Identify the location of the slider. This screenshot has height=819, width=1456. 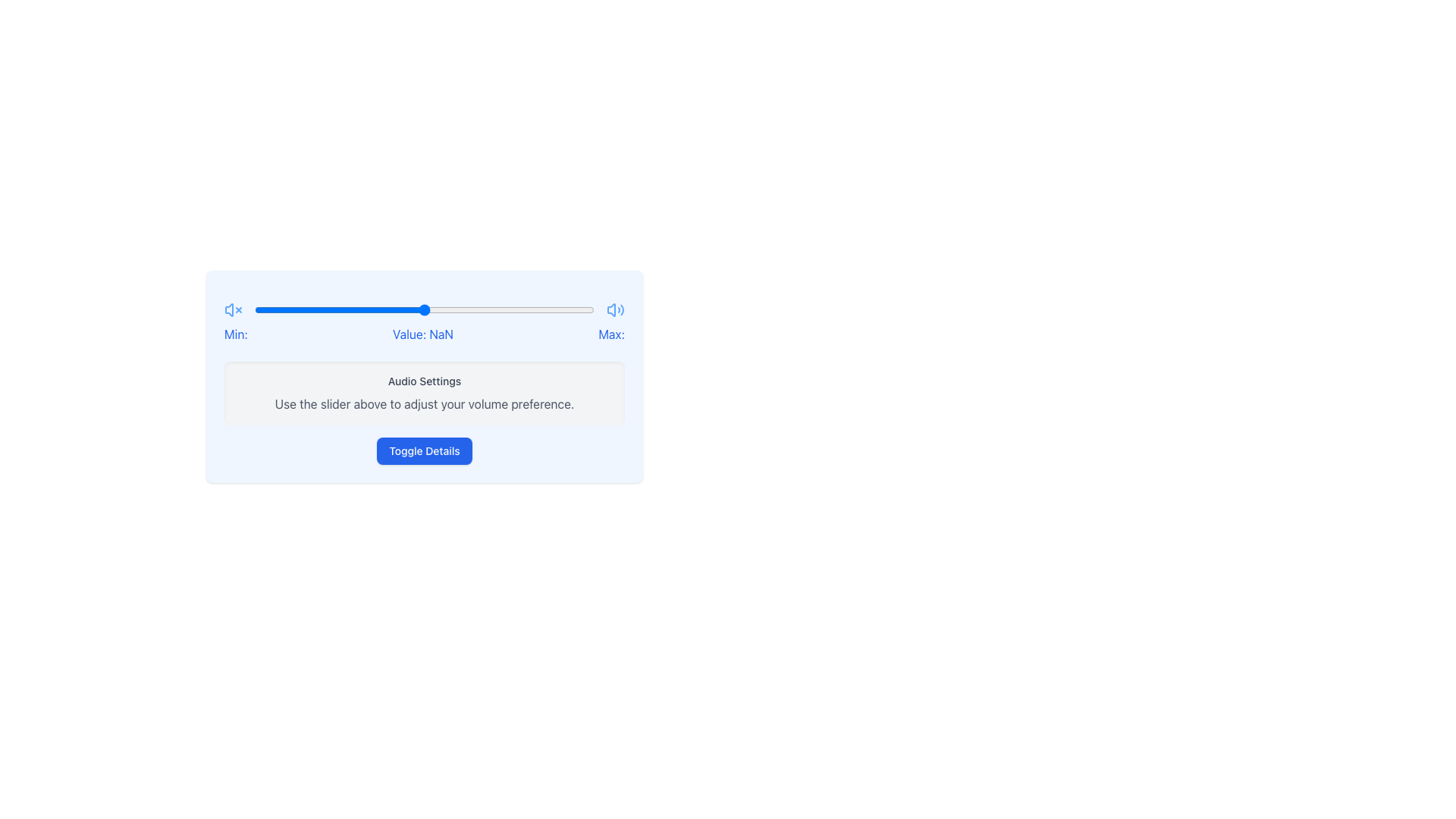
(526, 309).